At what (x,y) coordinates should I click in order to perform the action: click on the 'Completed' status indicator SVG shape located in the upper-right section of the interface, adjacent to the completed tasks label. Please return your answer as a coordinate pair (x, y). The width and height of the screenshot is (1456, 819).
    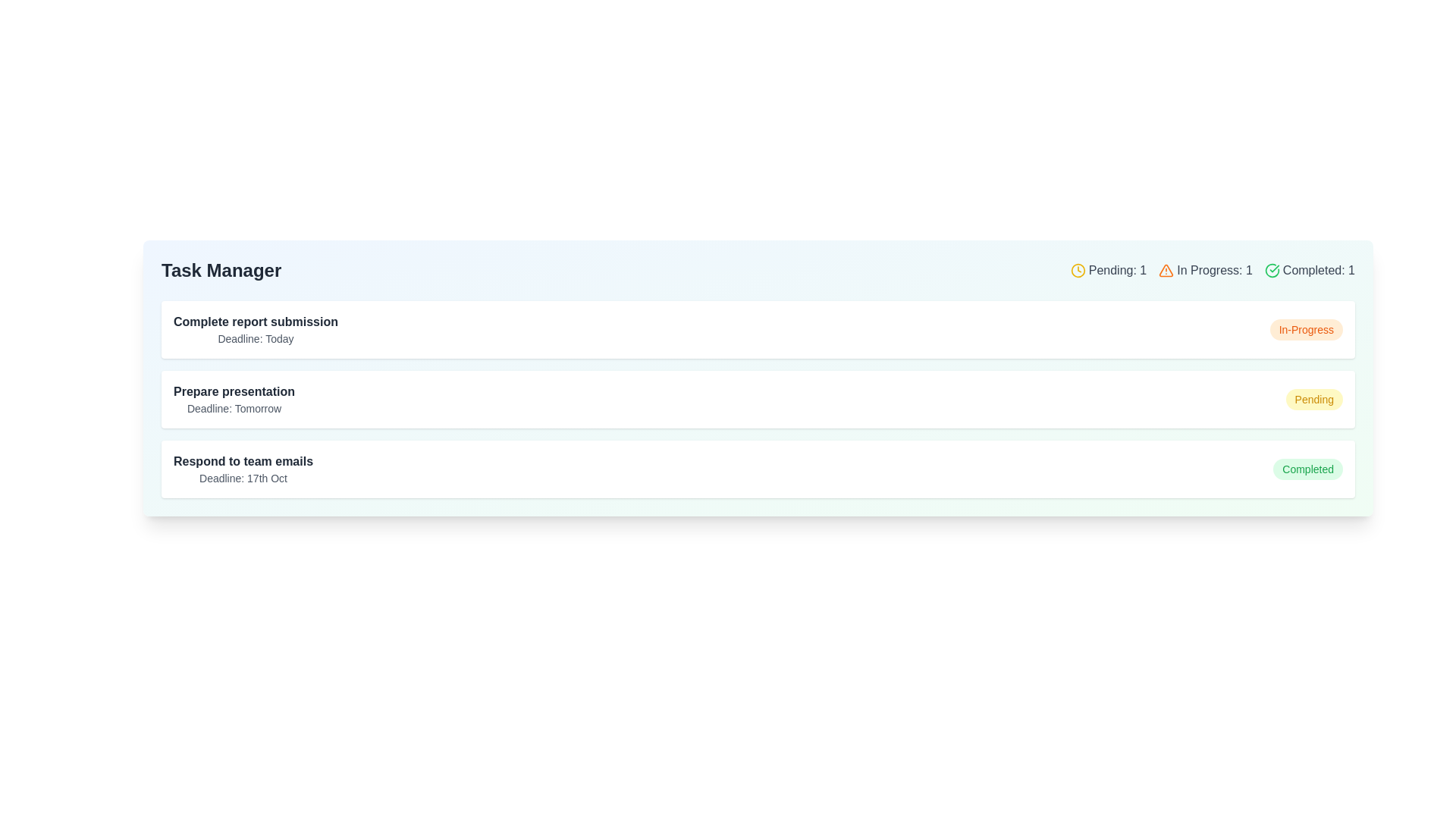
    Looking at the image, I should click on (1272, 270).